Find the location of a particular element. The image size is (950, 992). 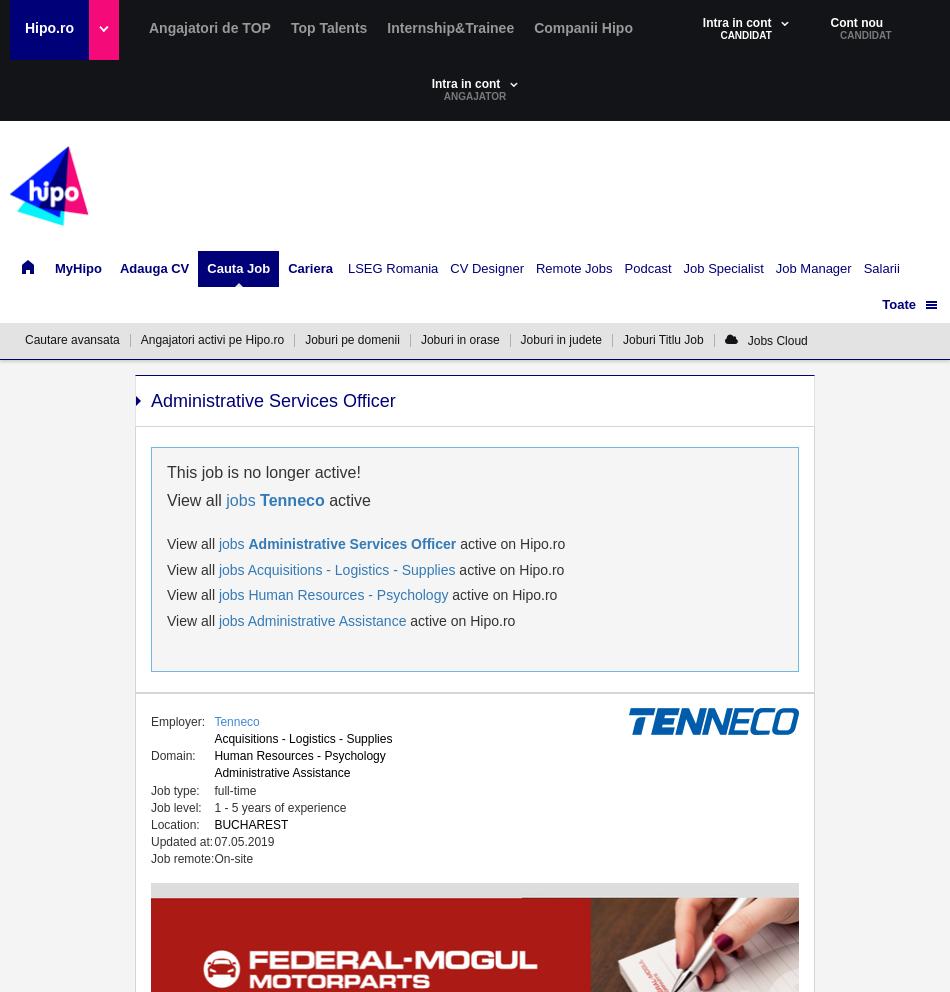

'Toate' is located at coordinates (897, 304).